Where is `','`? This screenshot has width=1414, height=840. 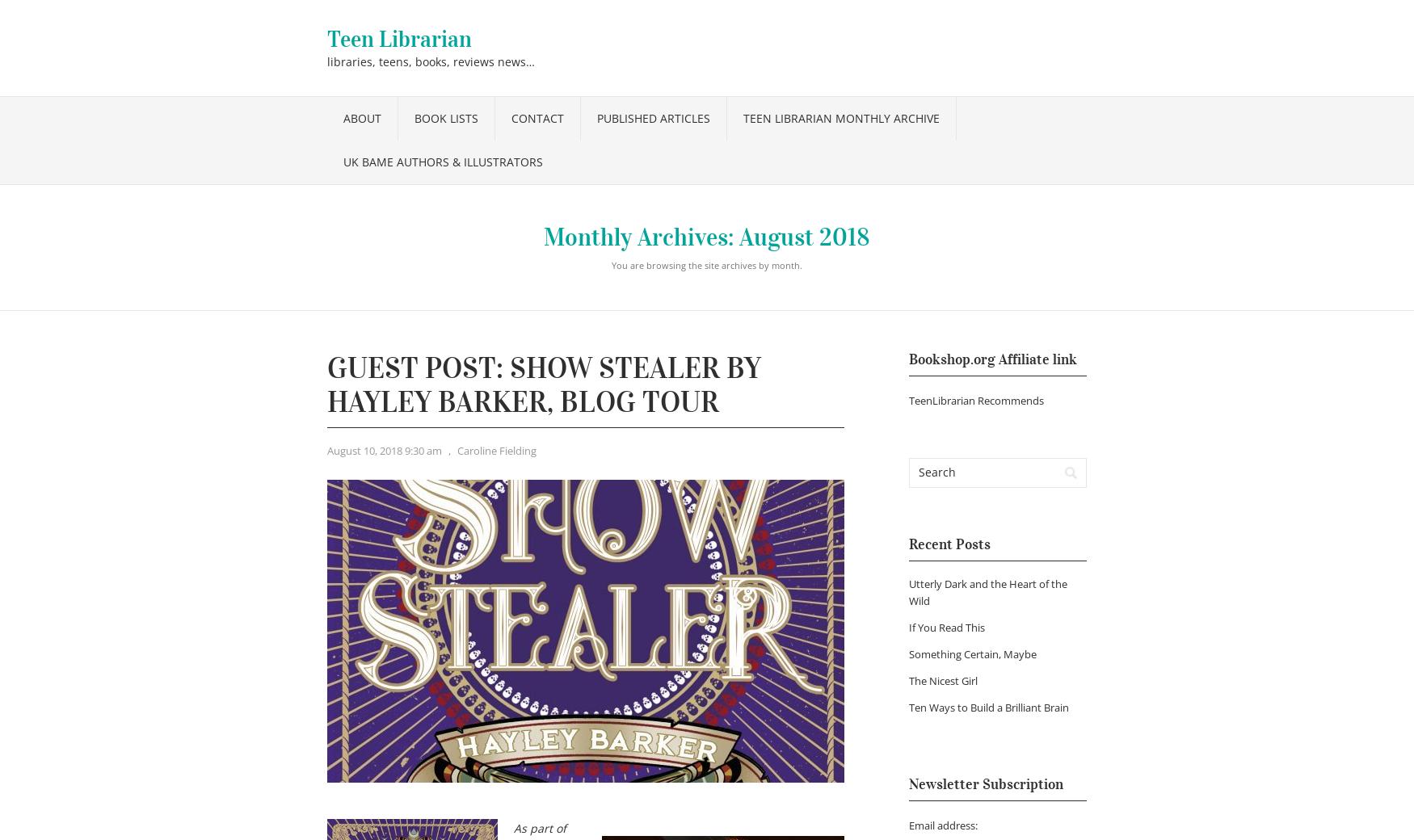 ',' is located at coordinates (448, 449).